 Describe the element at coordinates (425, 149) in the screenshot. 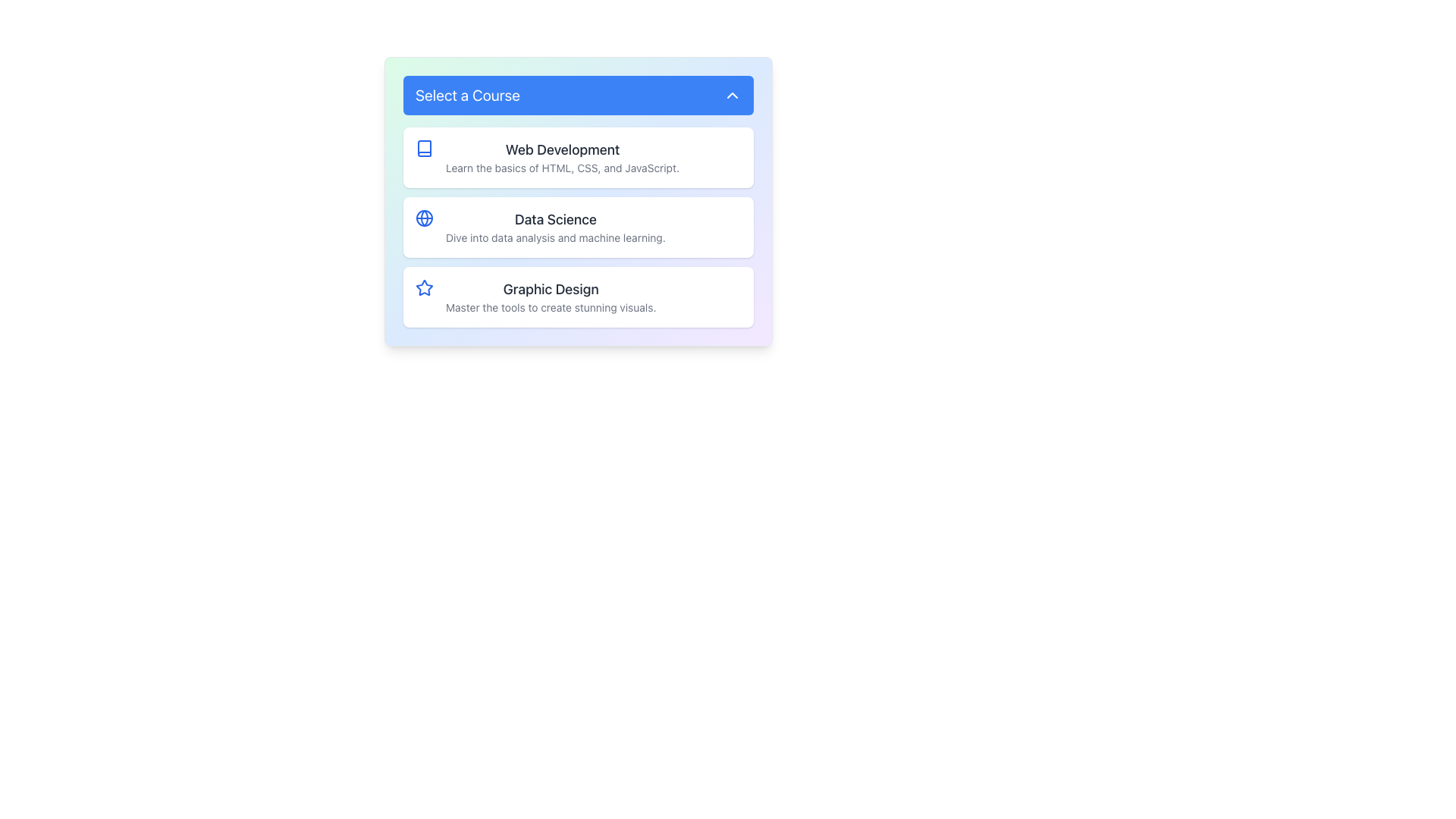

I see `the Web Development course icon, which is visually associated with digital learning and coding resources, located in the first row of the course list` at that location.